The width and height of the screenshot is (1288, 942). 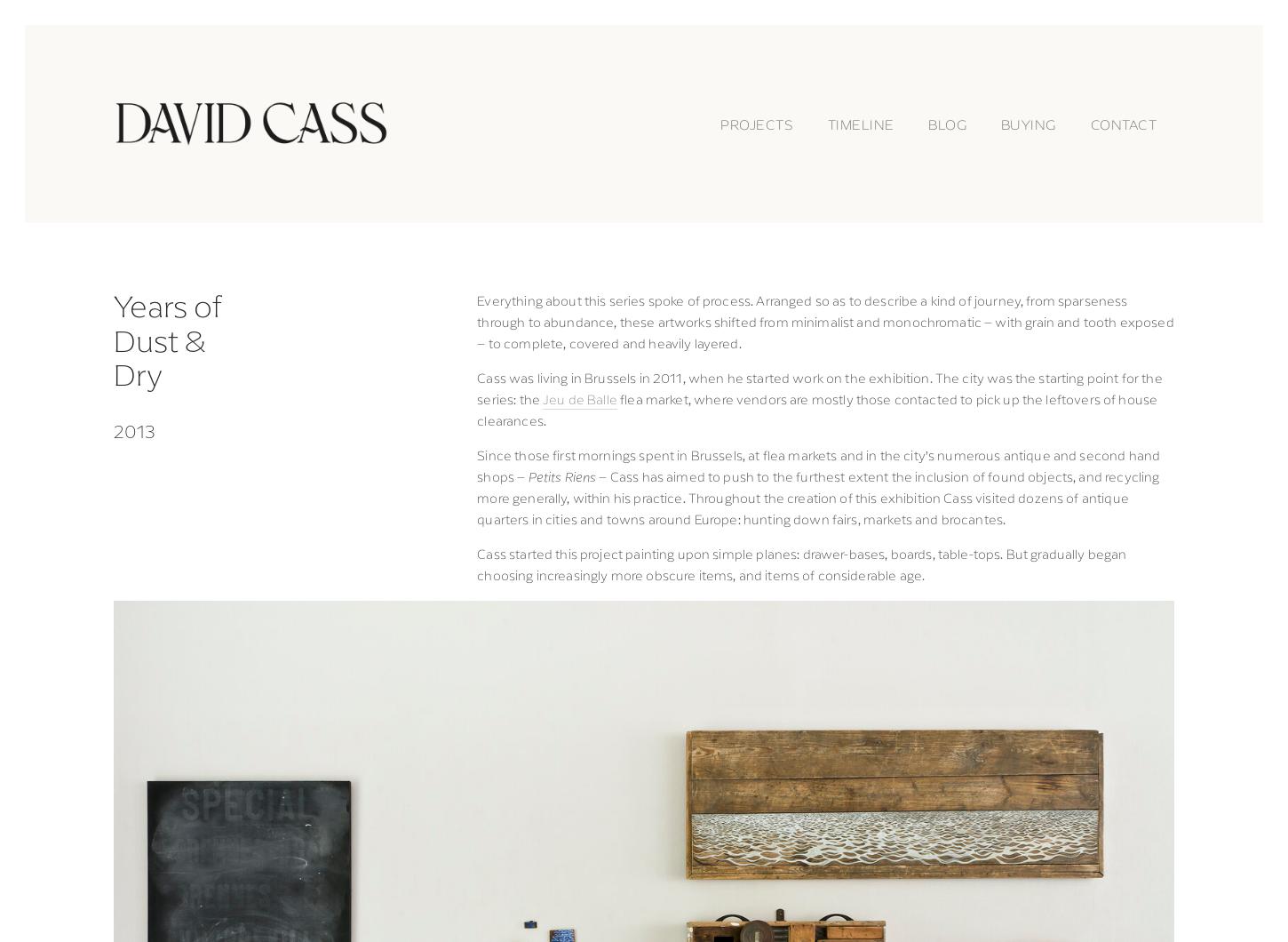 I want to click on 'Timeline', so click(x=860, y=122).